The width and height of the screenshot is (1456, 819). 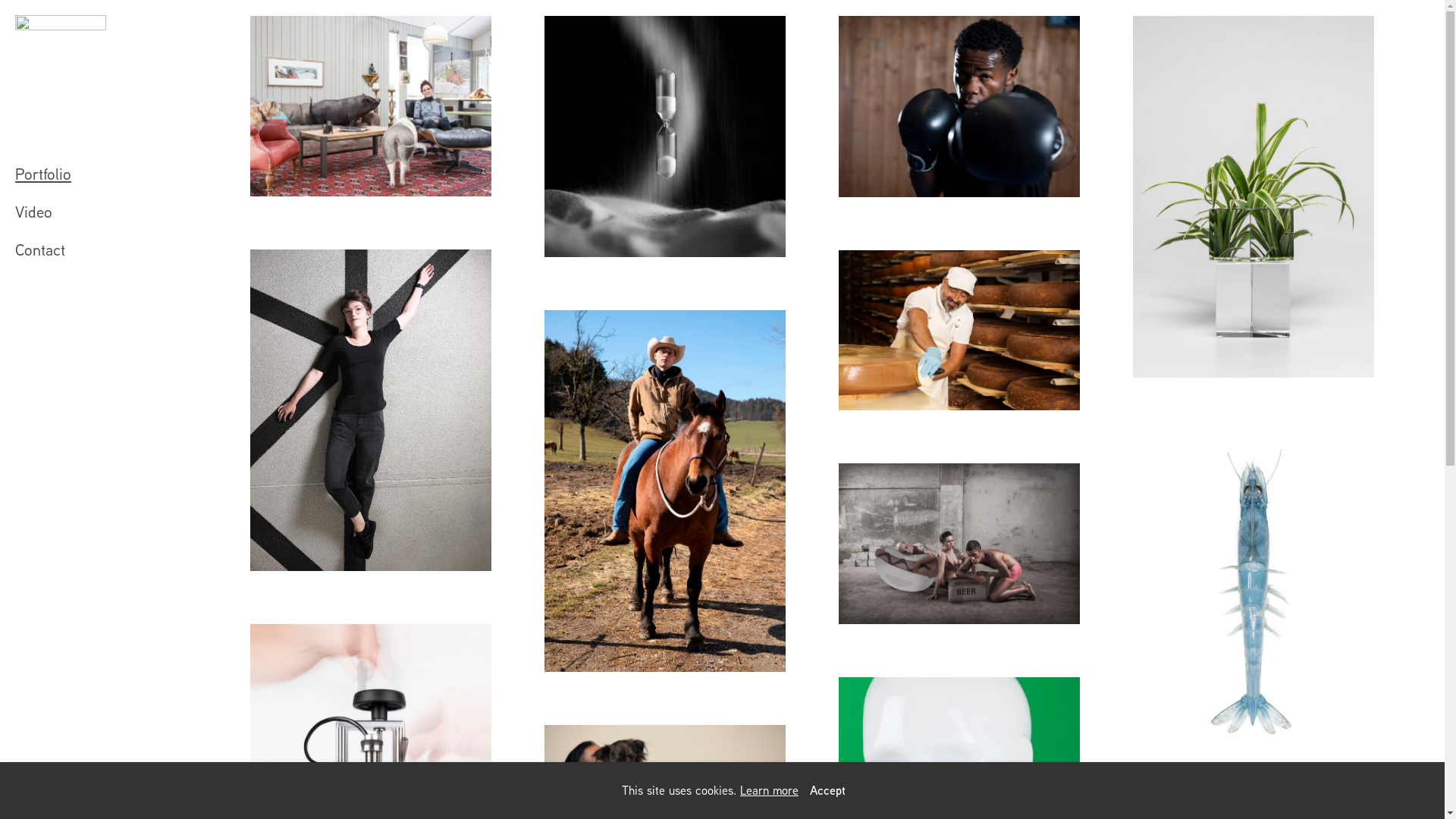 What do you see at coordinates (769, 789) in the screenshot?
I see `'Learn more'` at bounding box center [769, 789].